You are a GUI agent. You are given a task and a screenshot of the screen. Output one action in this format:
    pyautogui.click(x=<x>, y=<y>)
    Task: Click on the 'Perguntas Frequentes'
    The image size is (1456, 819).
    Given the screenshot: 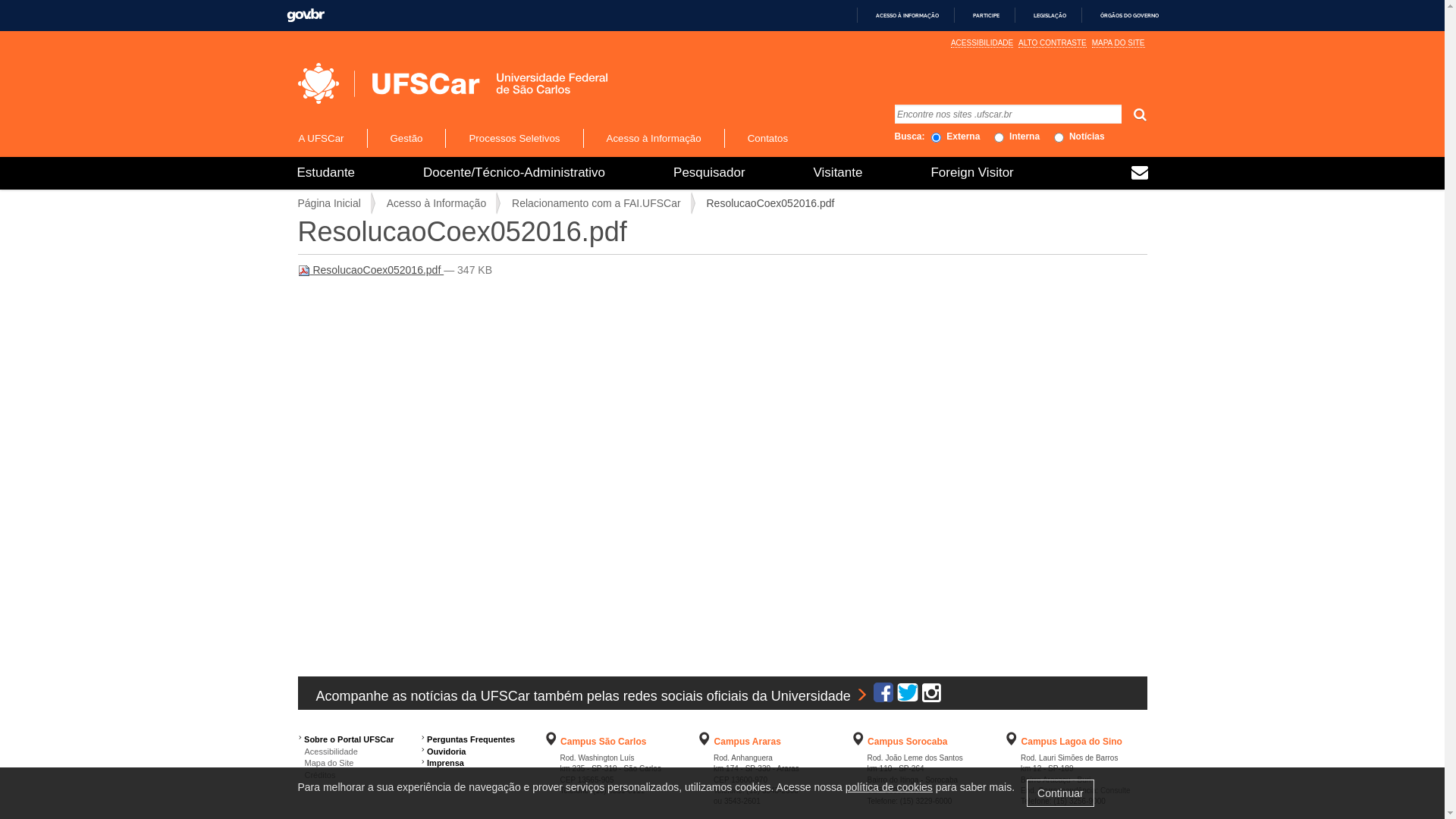 What is the action you would take?
    pyautogui.click(x=469, y=739)
    